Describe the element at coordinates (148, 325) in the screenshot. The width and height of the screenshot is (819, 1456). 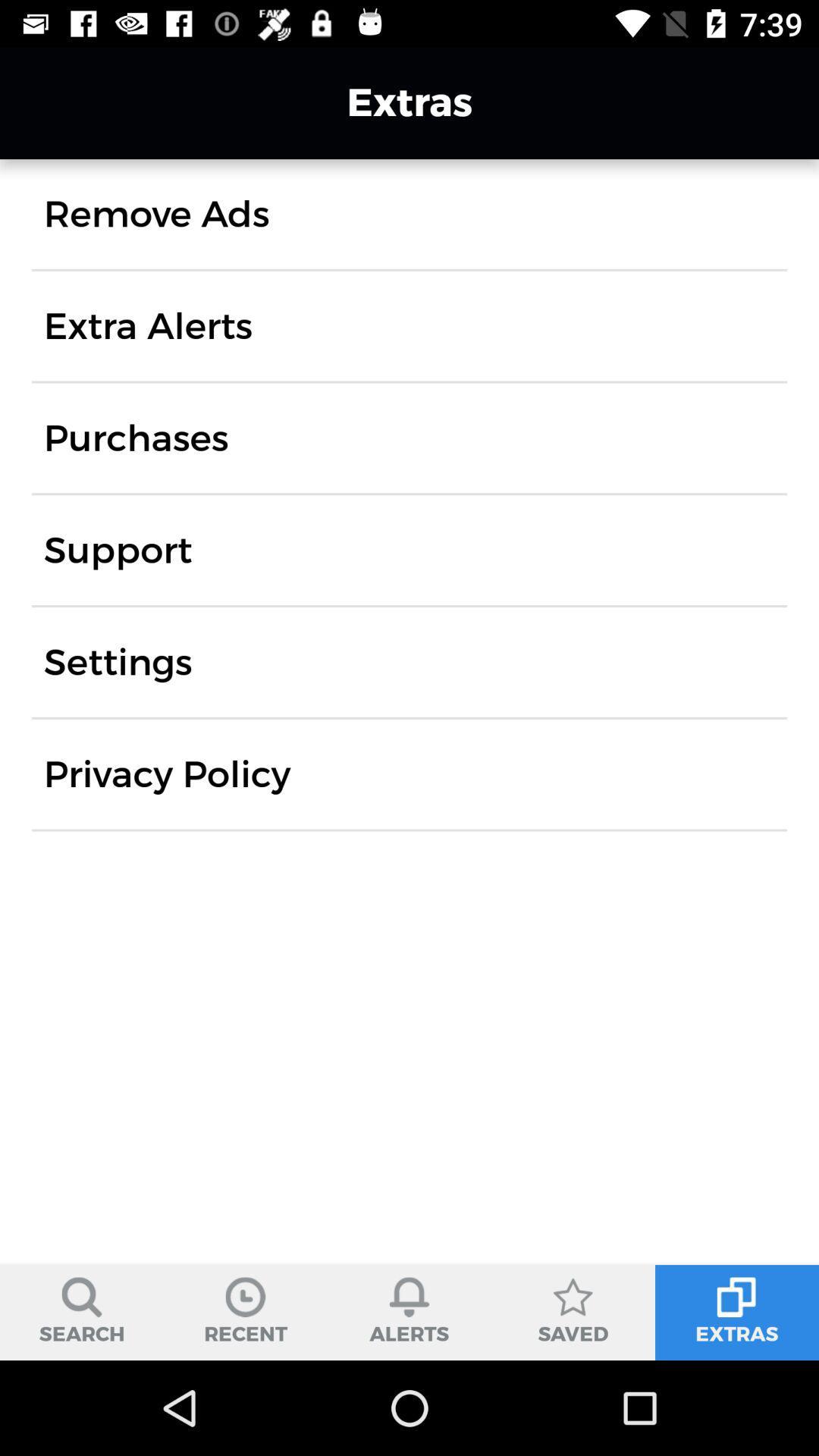
I see `the extra alerts` at that location.